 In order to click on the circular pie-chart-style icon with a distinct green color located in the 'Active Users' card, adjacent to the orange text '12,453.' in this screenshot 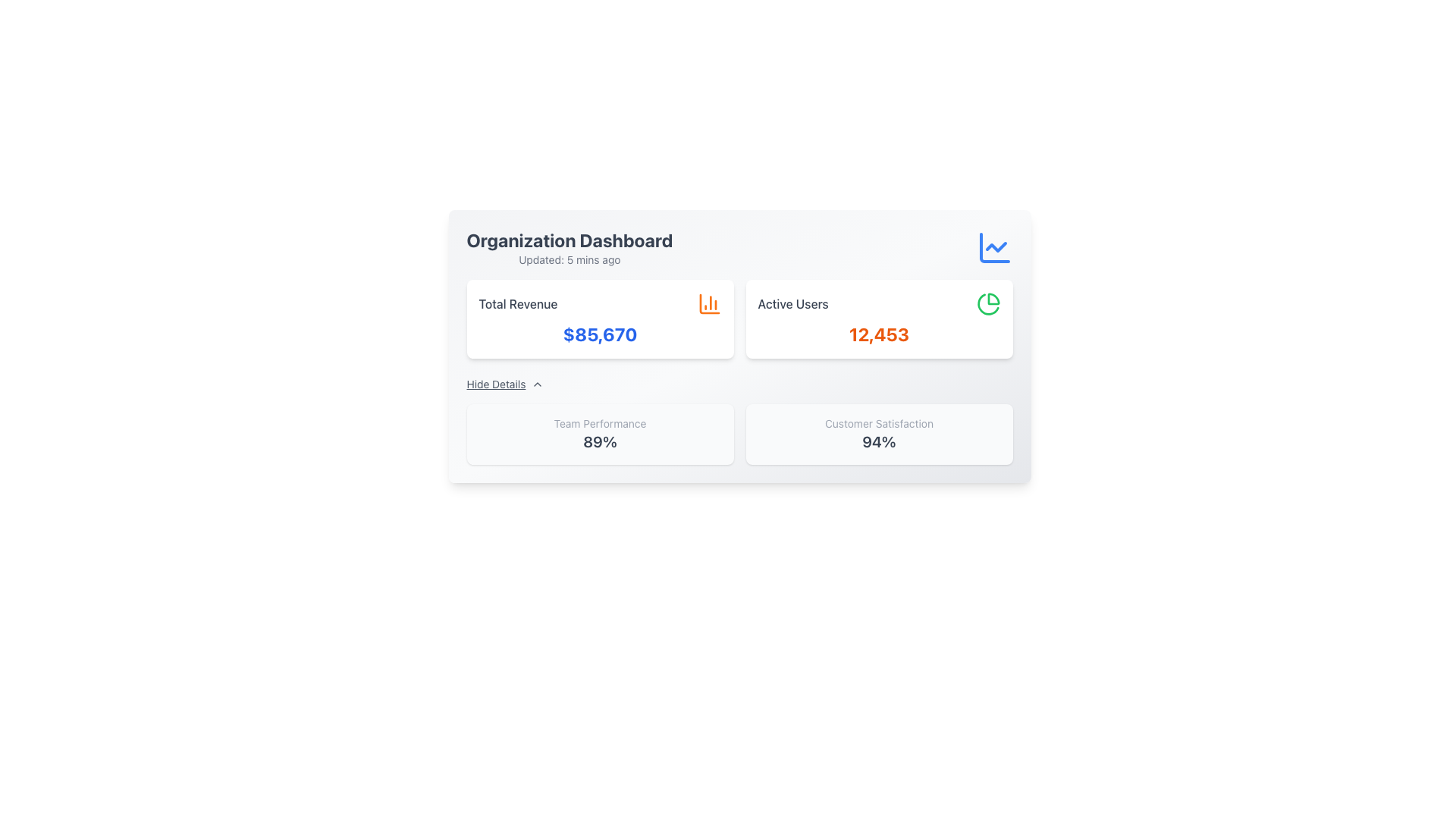, I will do `click(988, 304)`.